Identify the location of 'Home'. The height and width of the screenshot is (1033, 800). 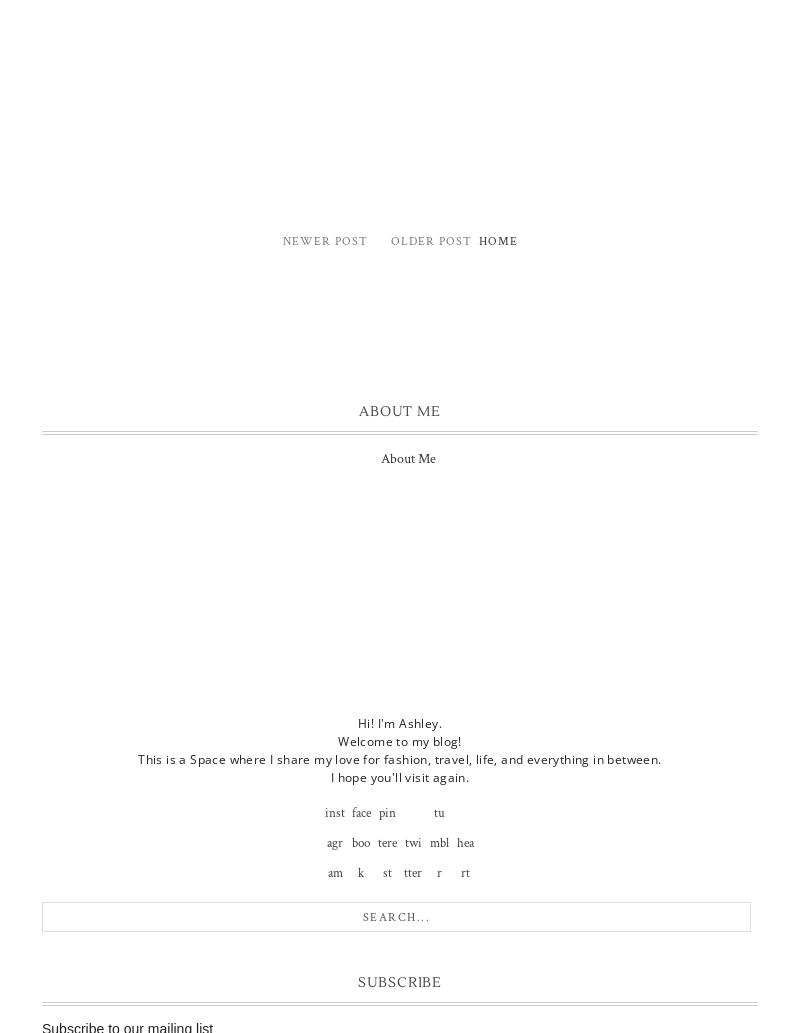
(478, 239).